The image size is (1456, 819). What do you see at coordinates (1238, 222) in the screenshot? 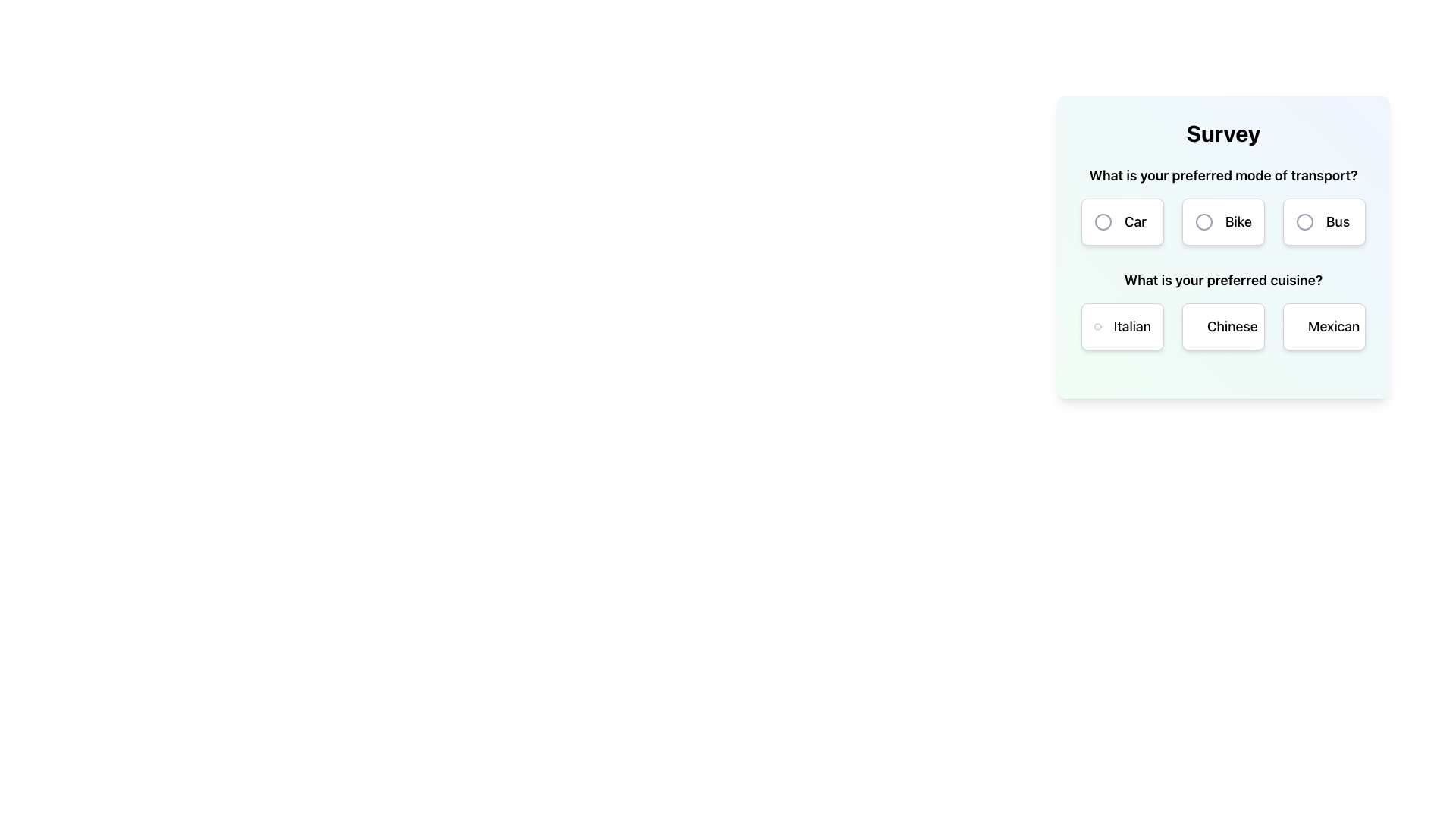
I see `the static text element labeled 'Bike' which is styled with a medium-sized bold font, located in the rightmost option of the first row of choices in the survey` at bounding box center [1238, 222].